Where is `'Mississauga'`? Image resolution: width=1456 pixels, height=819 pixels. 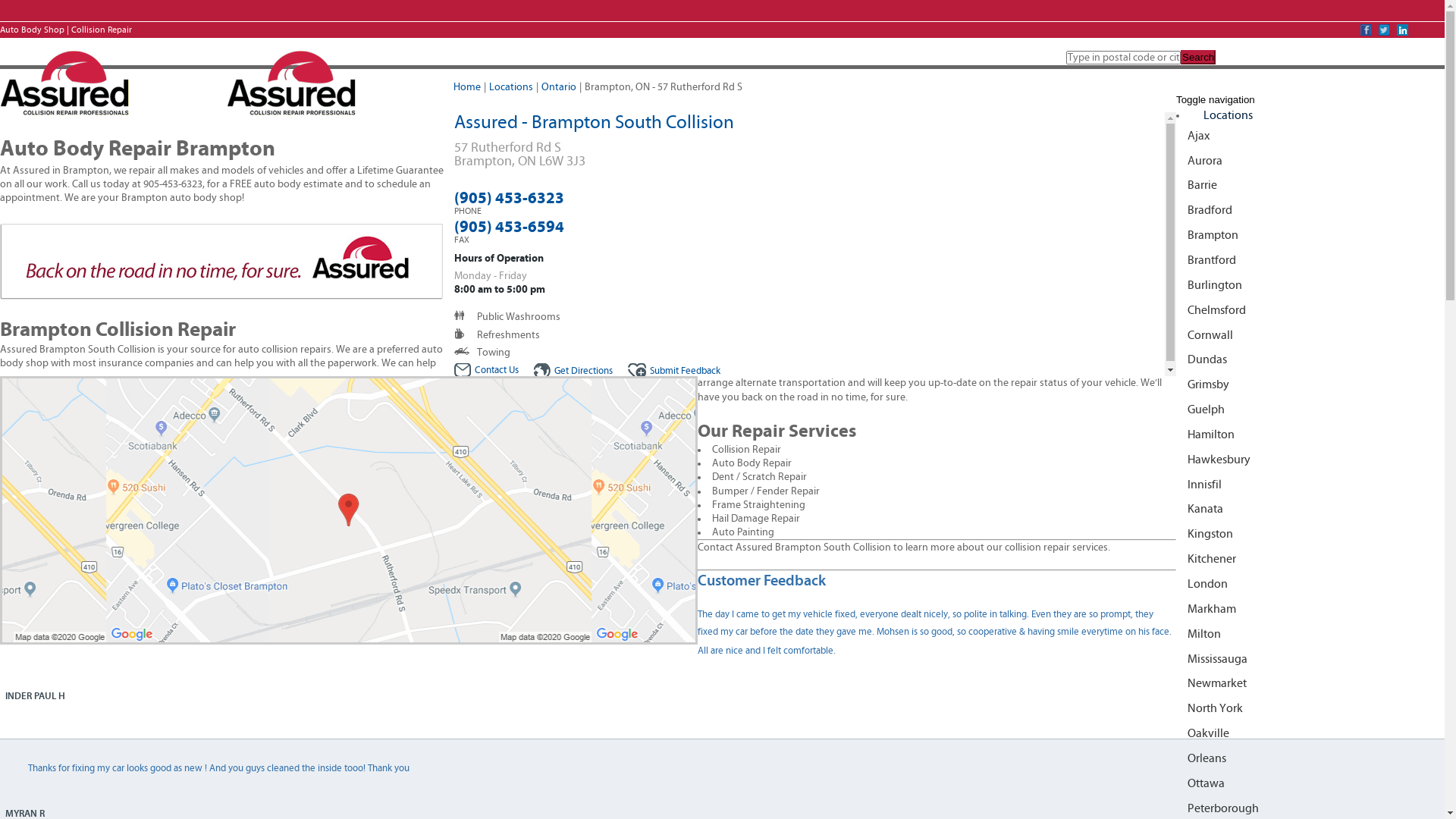 'Mississauga' is located at coordinates (1175, 657).